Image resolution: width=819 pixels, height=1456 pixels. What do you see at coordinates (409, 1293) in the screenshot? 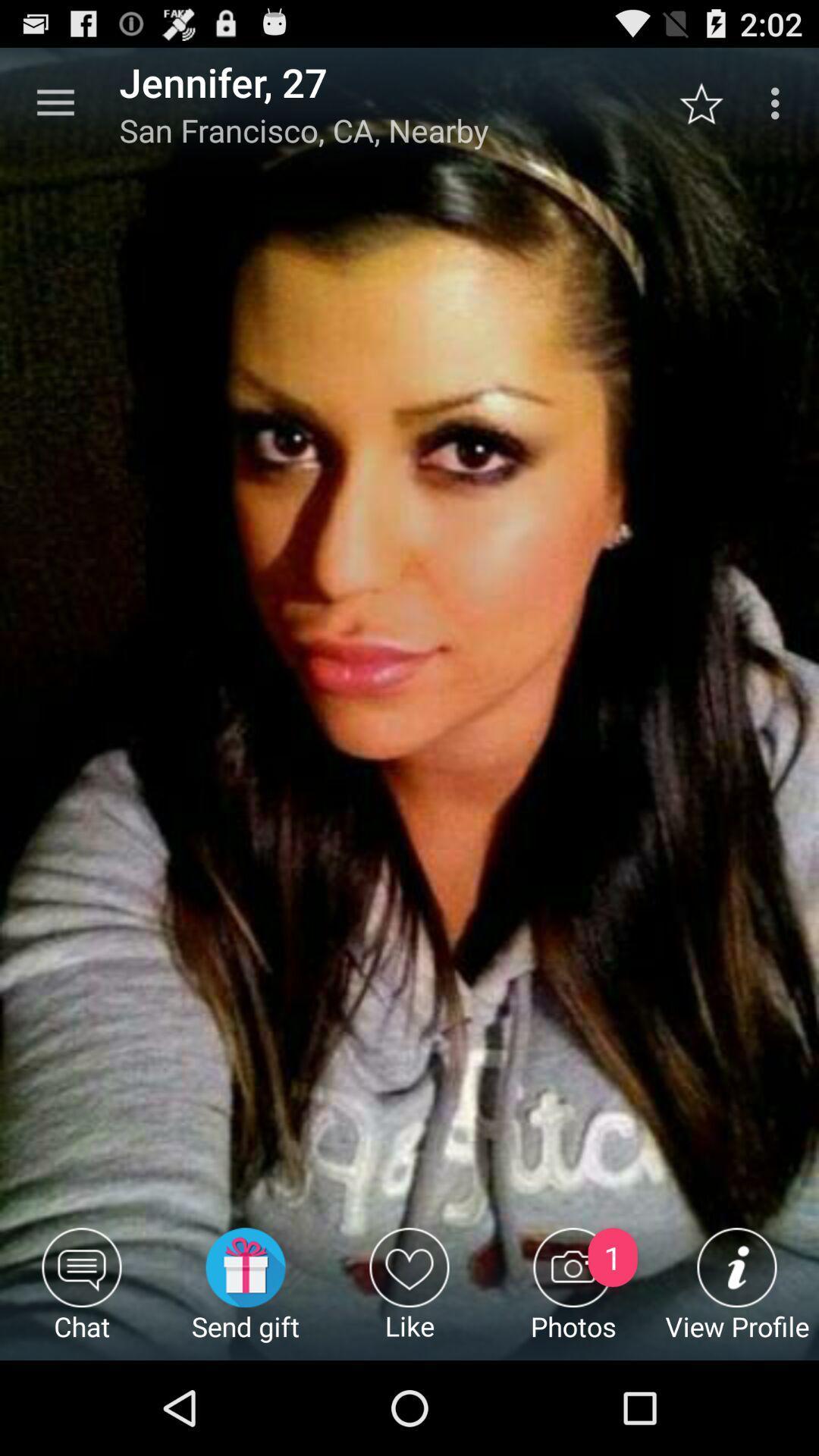
I see `item next to the send gift item` at bounding box center [409, 1293].